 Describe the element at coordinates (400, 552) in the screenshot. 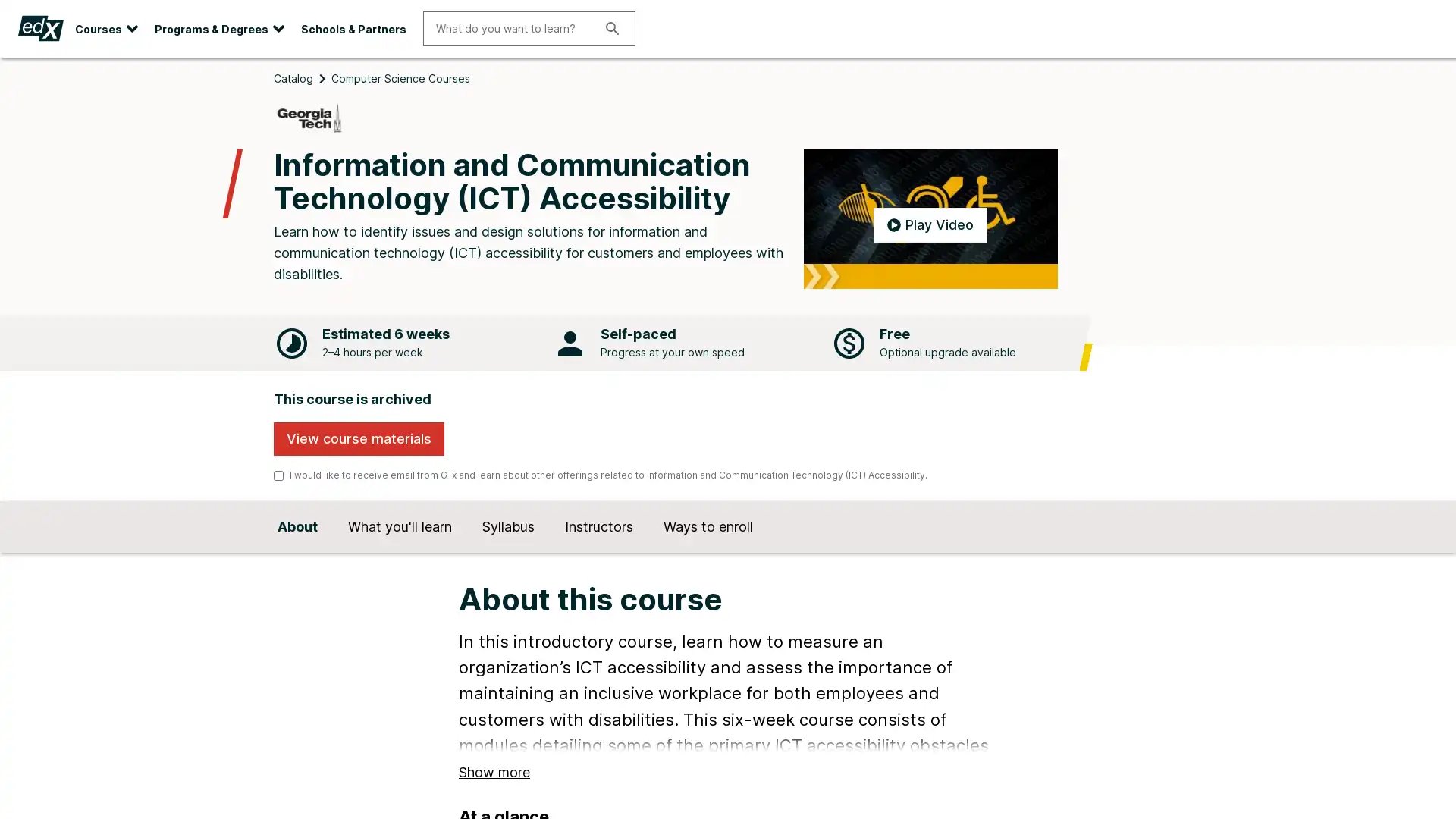

I see `What you'll learn` at that location.